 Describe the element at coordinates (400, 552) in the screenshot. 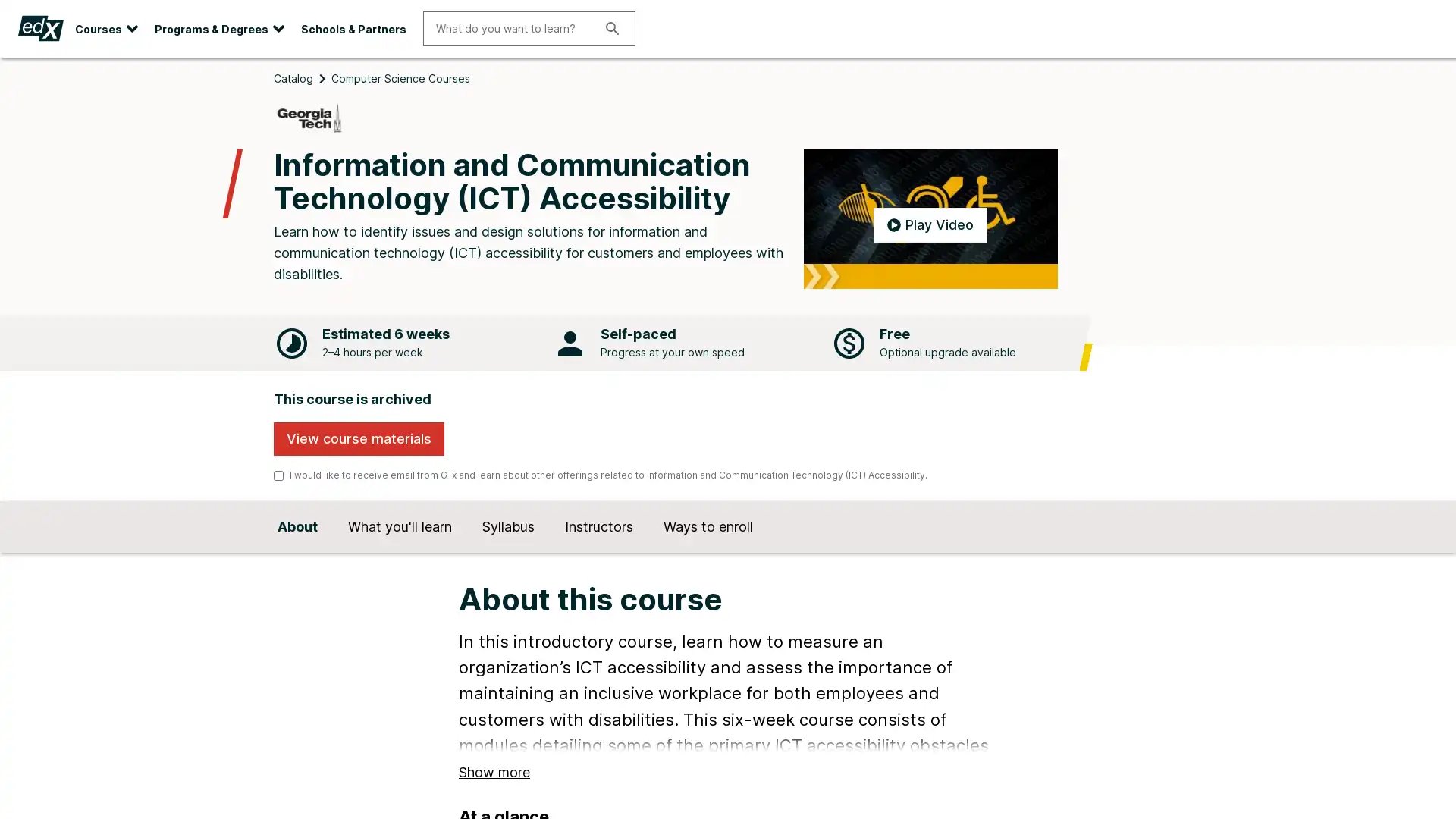

I see `What you'll learn` at that location.